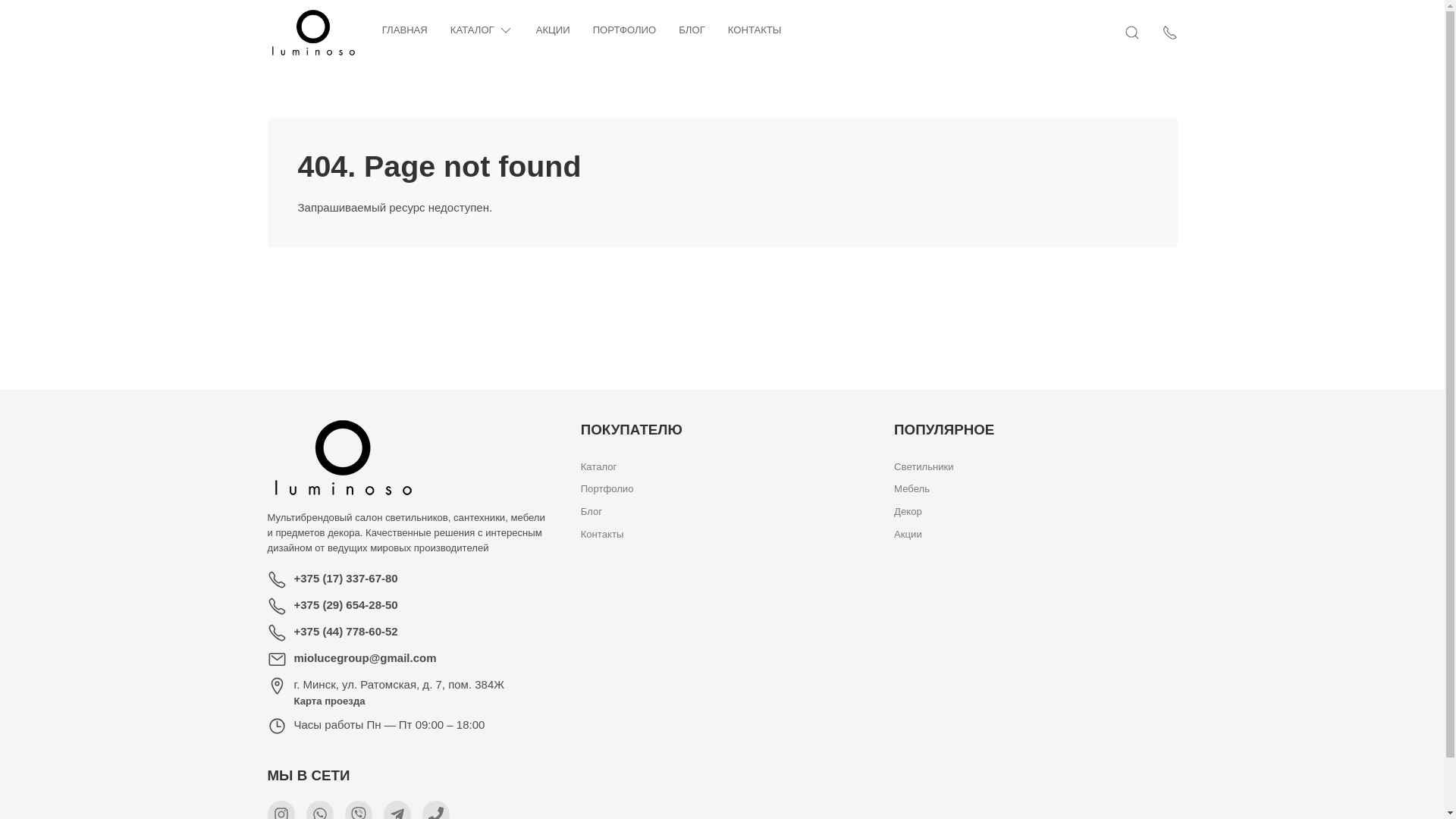  What do you see at coordinates (294, 657) in the screenshot?
I see `'miolucegroup@gmail.com'` at bounding box center [294, 657].